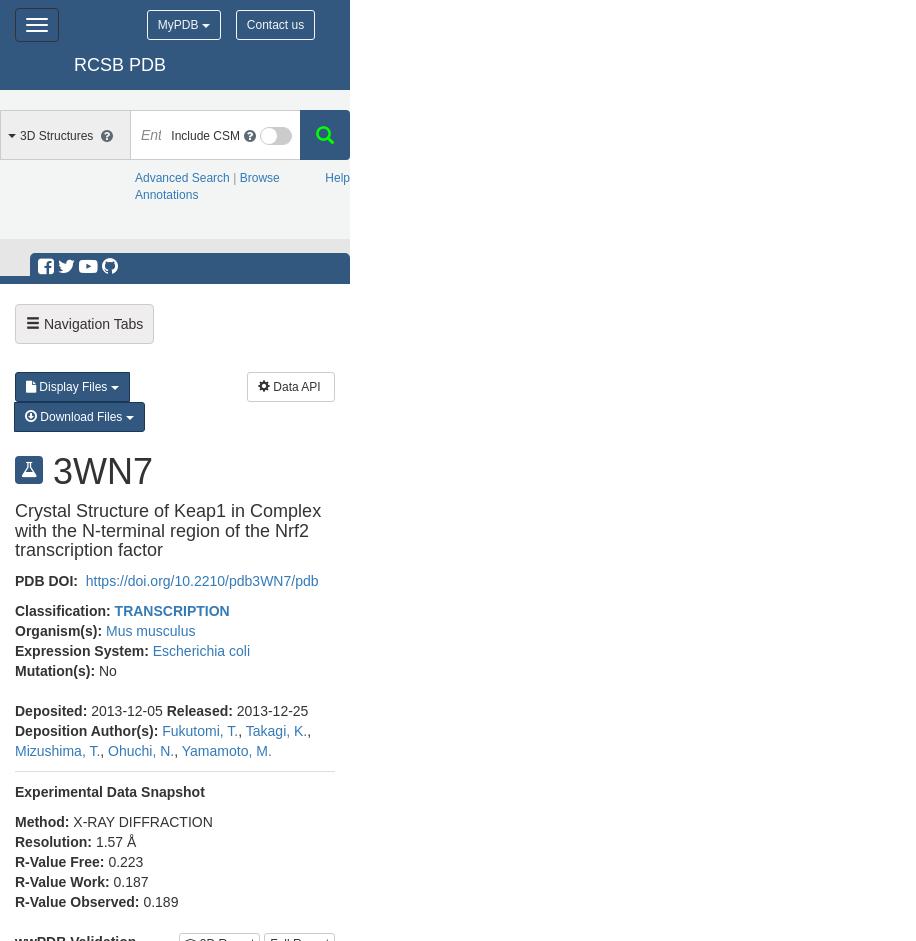  I want to click on 'PDB DOI:', so click(15, 579).